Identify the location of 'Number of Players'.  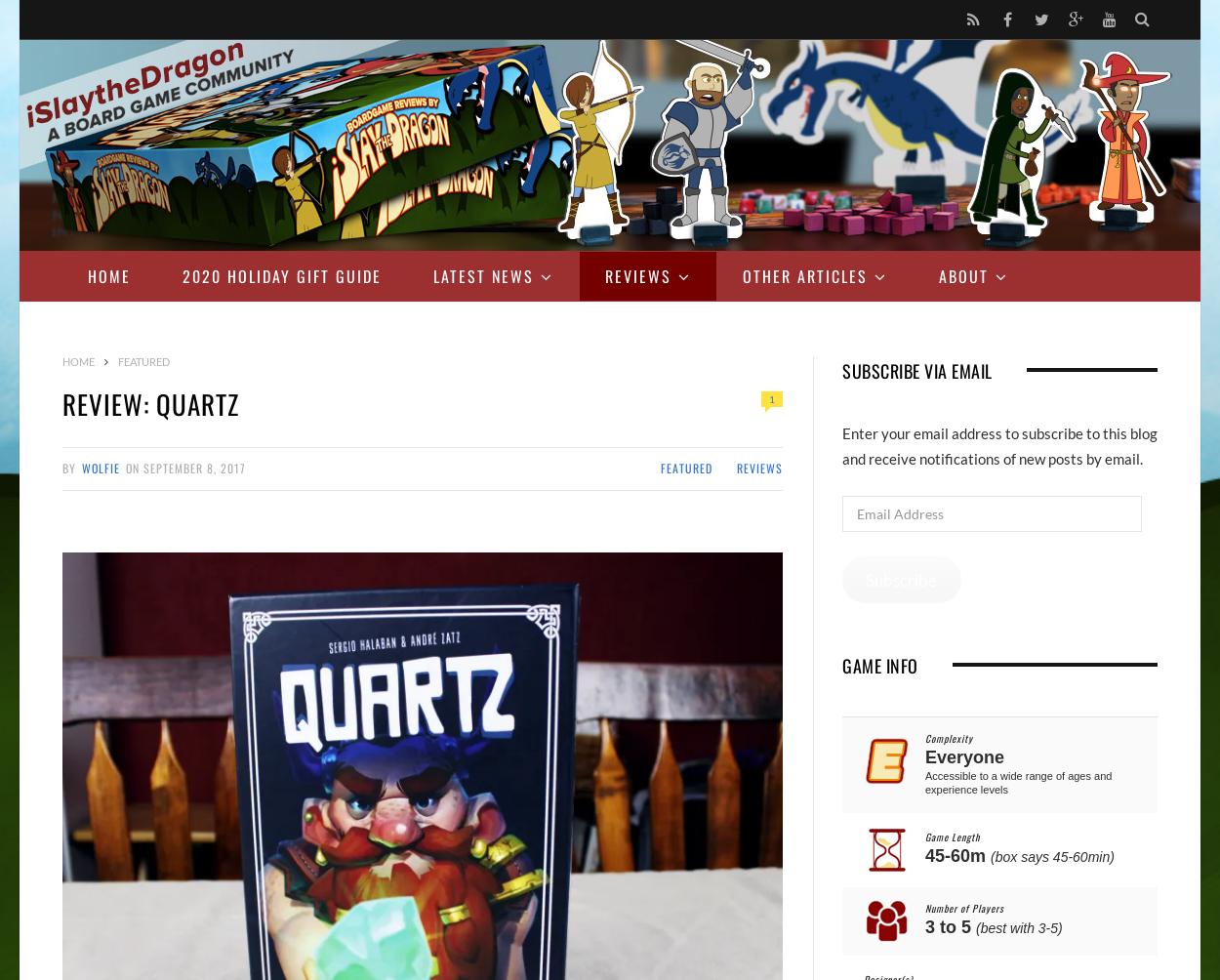
(924, 906).